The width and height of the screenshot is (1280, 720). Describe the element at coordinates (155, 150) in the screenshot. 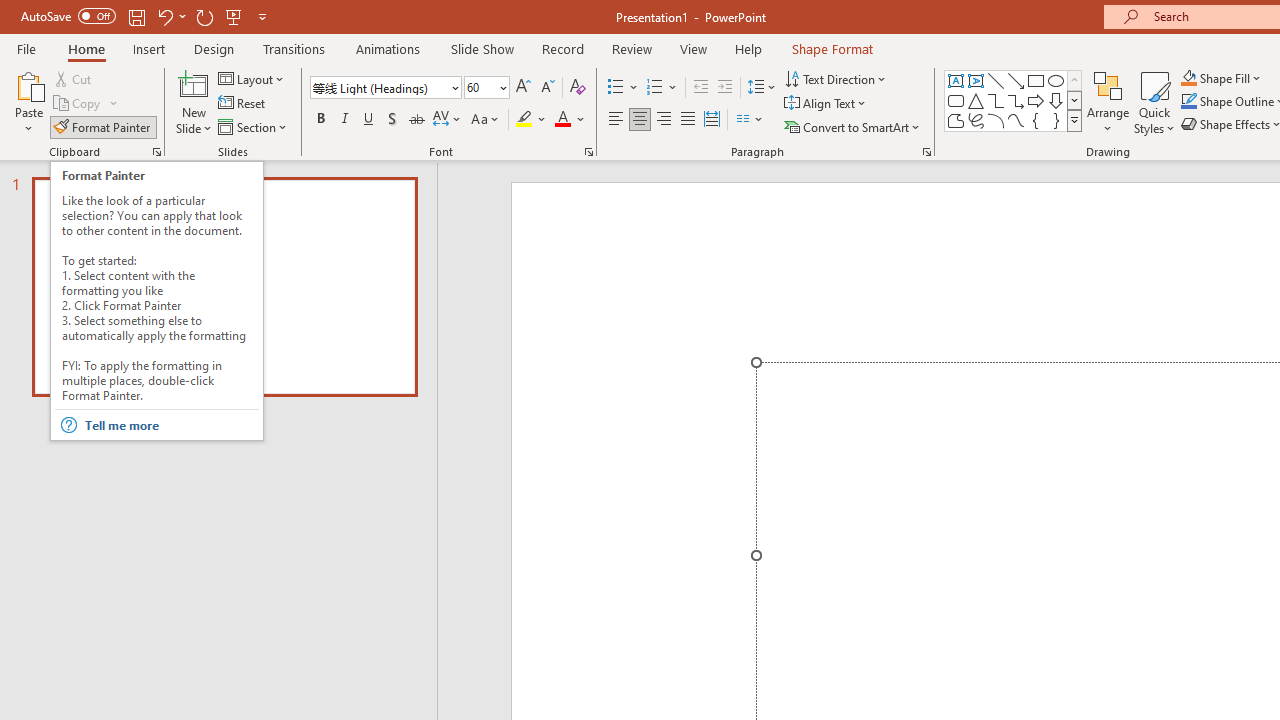

I see `'Office Clipboard...'` at that location.